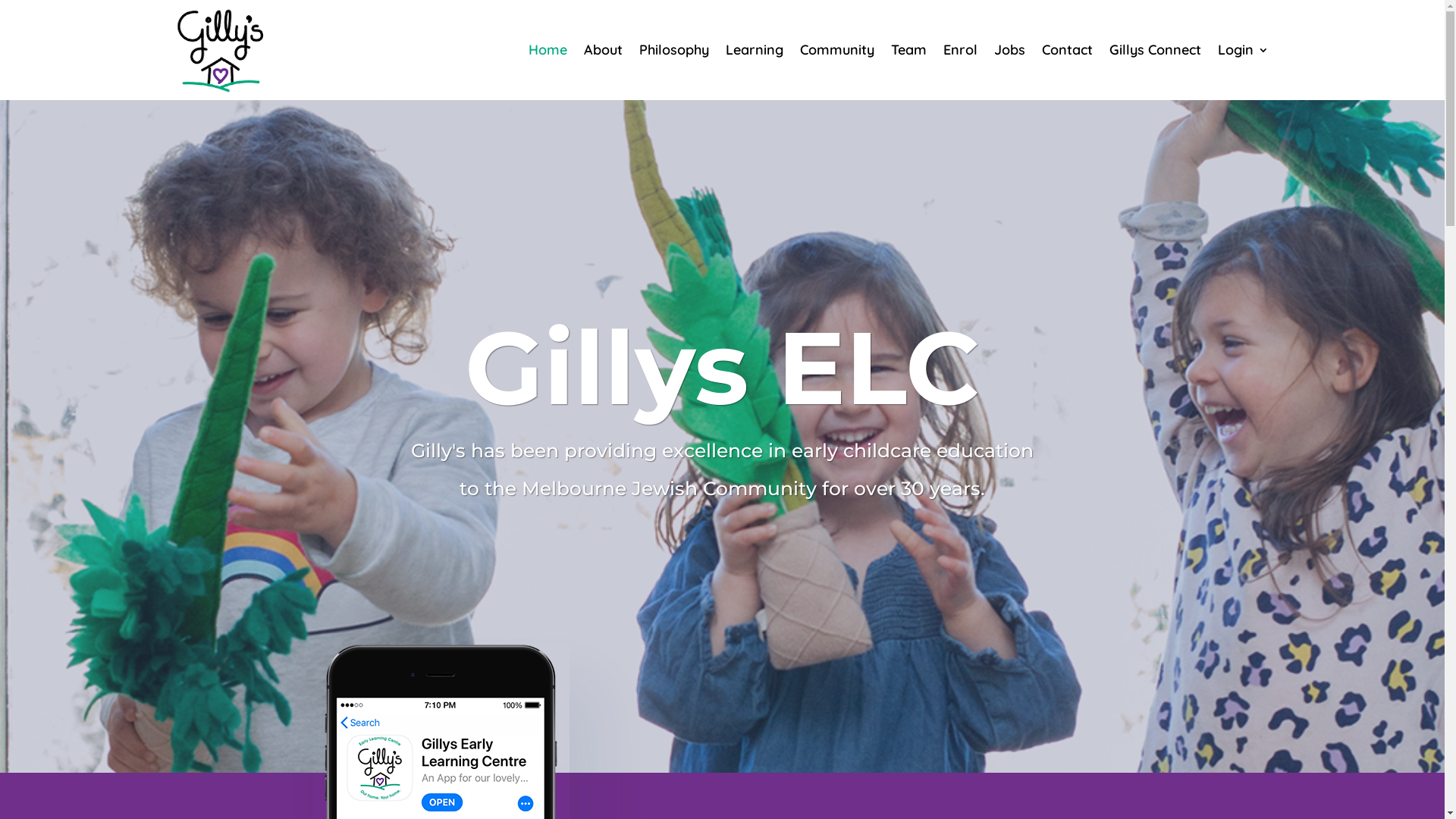  I want to click on 'Contact', so click(1066, 49).